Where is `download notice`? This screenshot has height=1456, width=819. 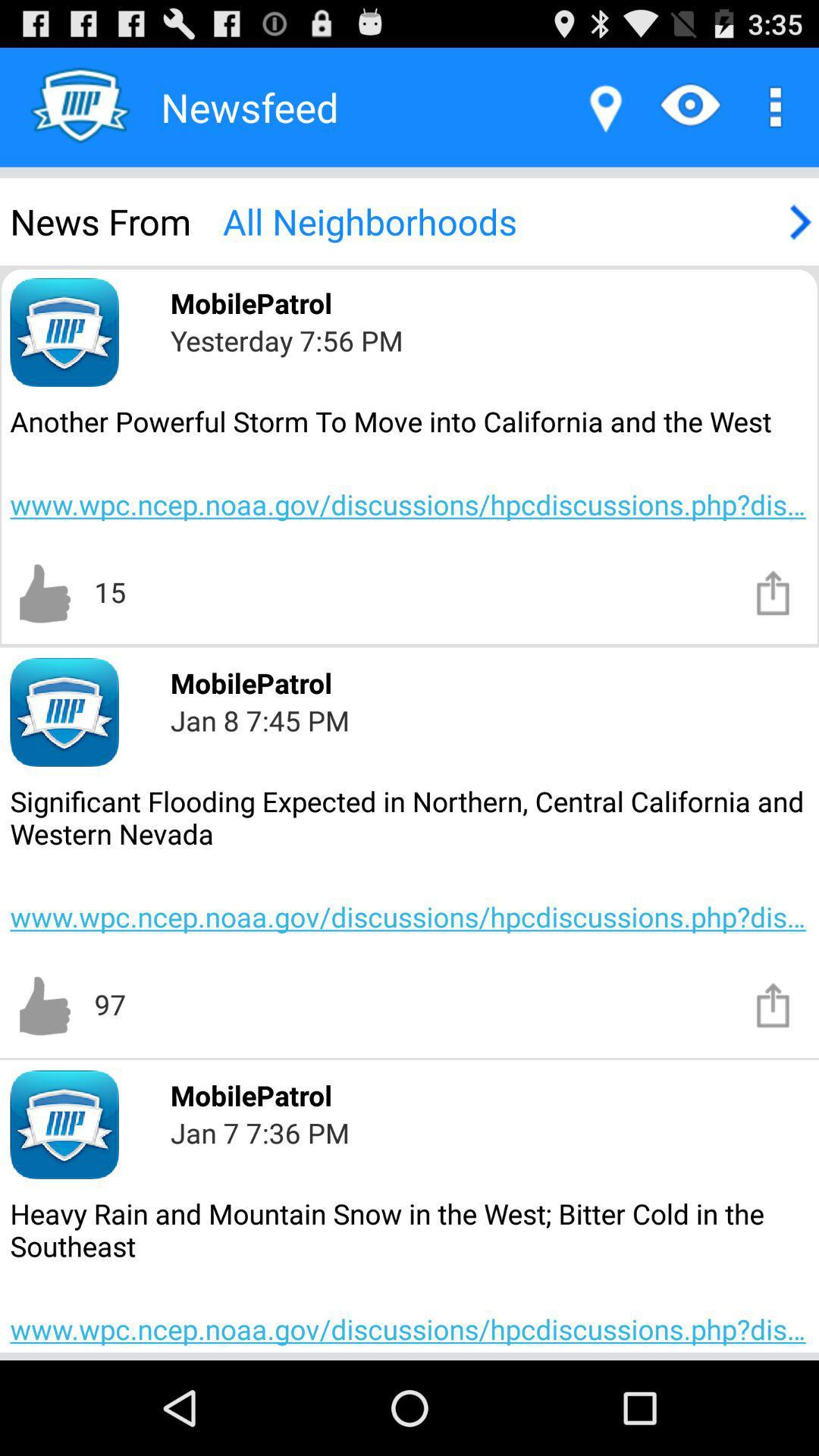
download notice is located at coordinates (773, 1004).